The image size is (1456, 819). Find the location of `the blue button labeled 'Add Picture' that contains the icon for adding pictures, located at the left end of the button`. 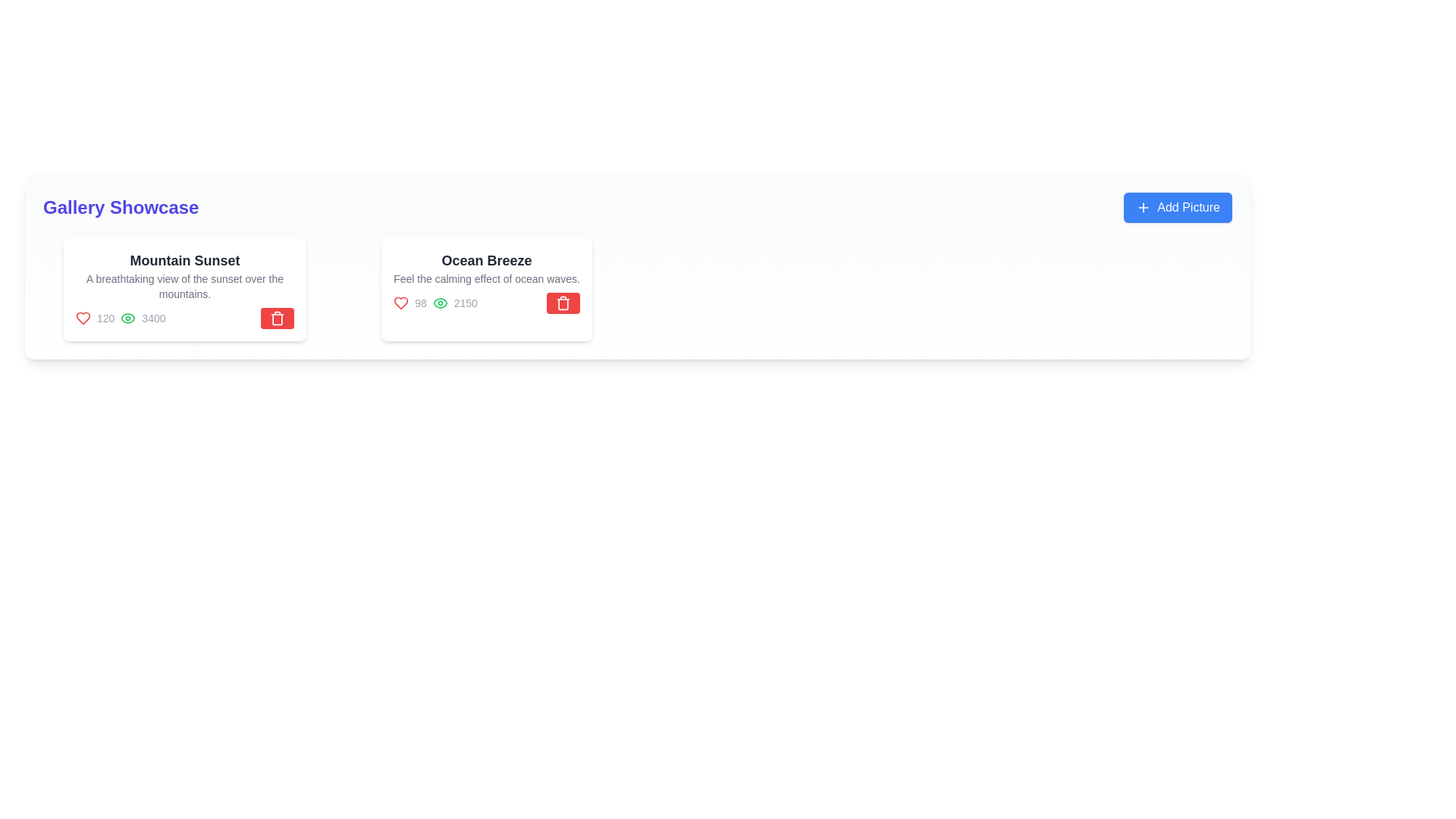

the blue button labeled 'Add Picture' that contains the icon for adding pictures, located at the left end of the button is located at coordinates (1144, 207).